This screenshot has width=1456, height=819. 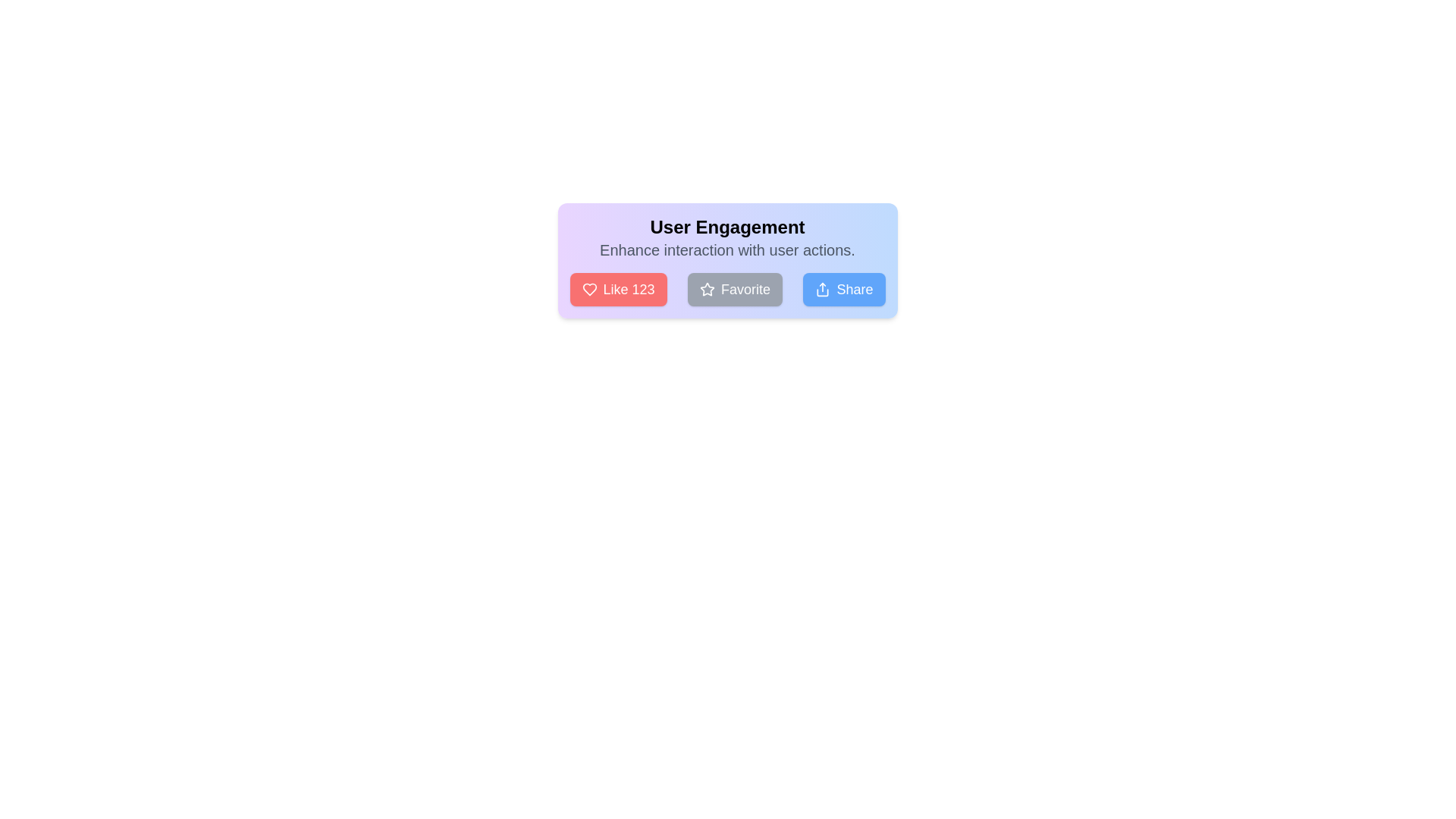 What do you see at coordinates (726, 289) in the screenshot?
I see `the 'Favorite' button, which has a gray background, rounded corners, and is positioned between the 'Like 123' and 'Share' buttons at the bottom of the card in the 'User Engagement' section` at bounding box center [726, 289].